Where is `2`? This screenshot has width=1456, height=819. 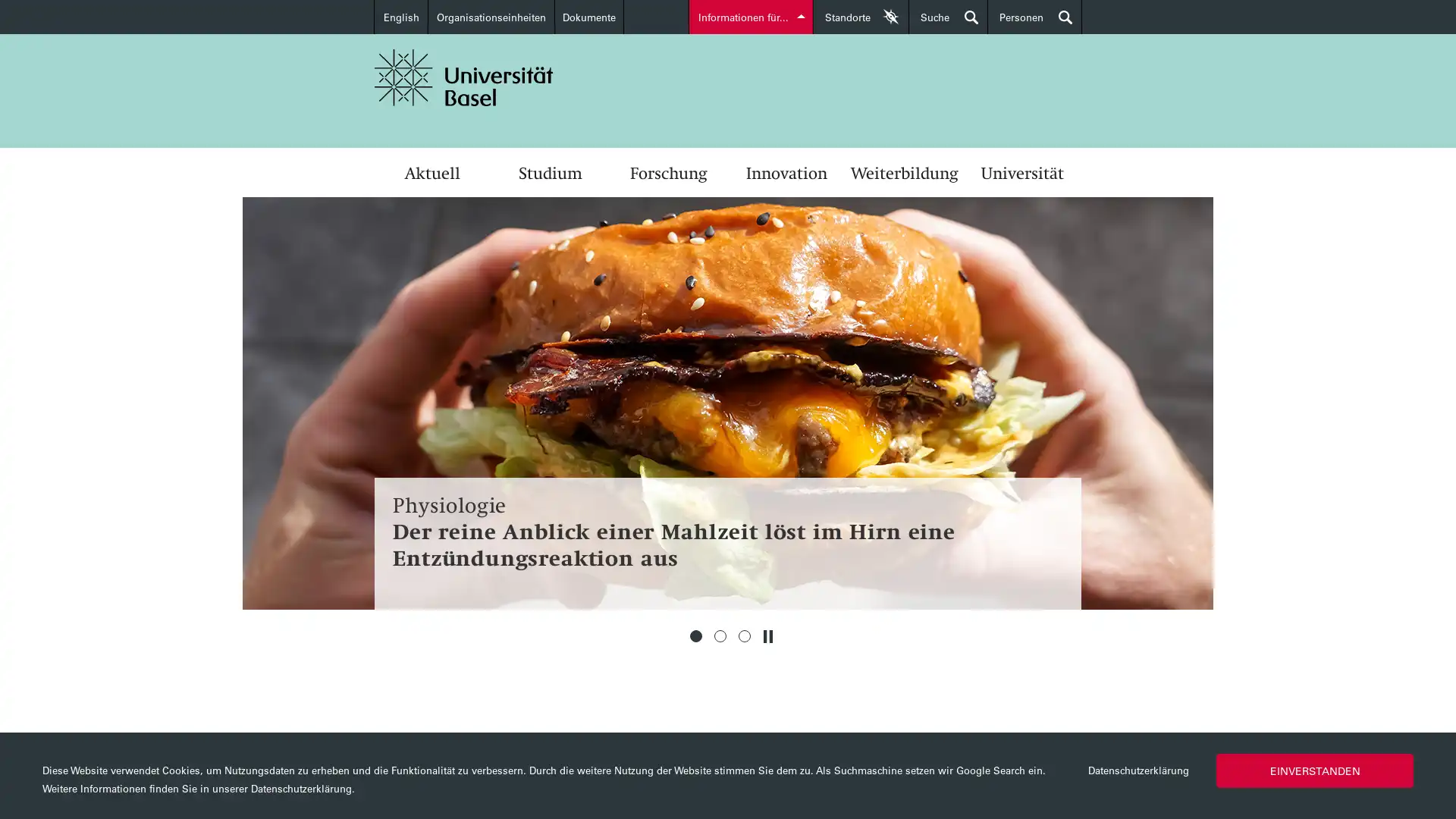
2 is located at coordinates (719, 636).